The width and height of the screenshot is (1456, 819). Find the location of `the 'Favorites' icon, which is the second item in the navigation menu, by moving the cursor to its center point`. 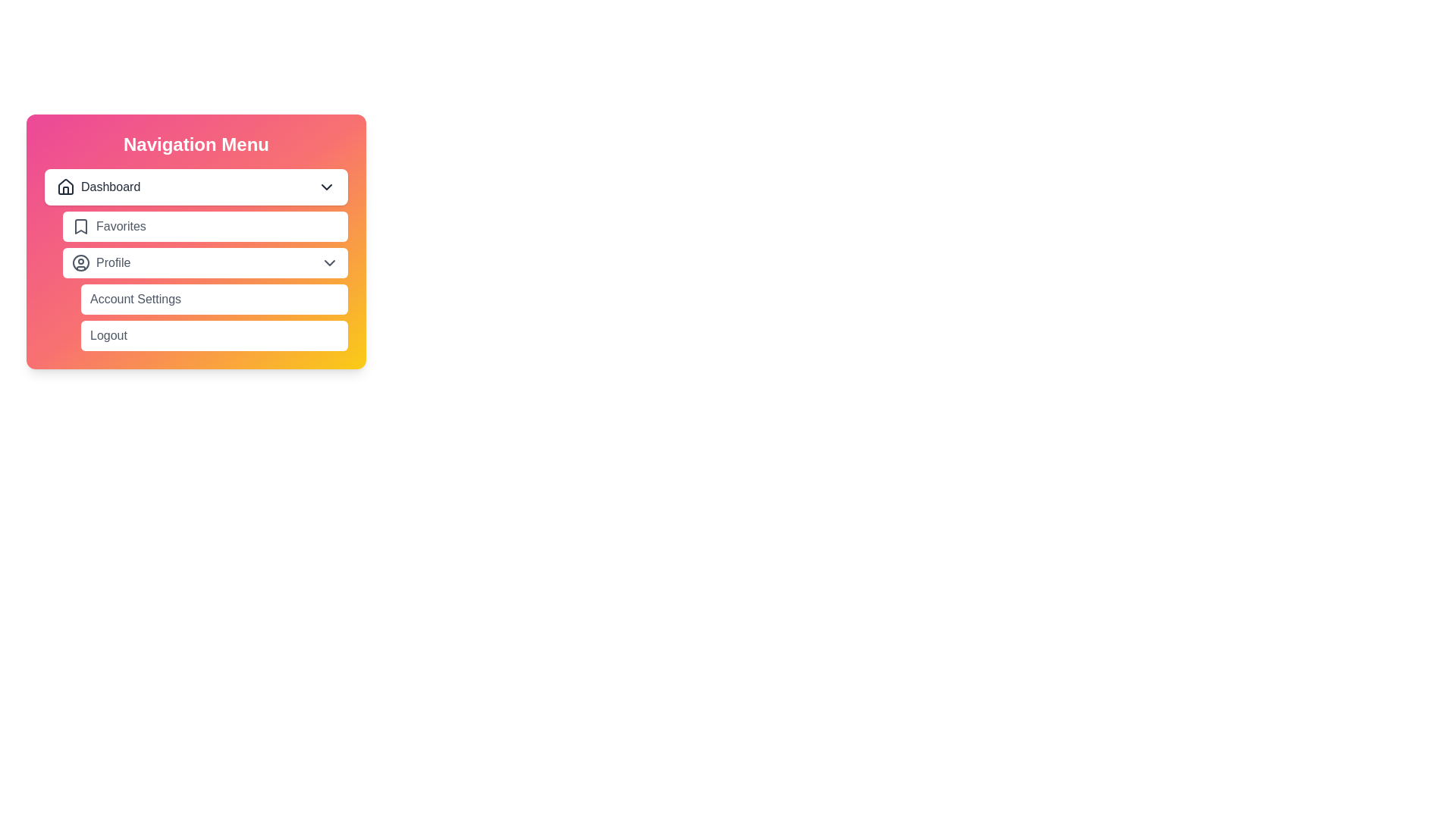

the 'Favorites' icon, which is the second item in the navigation menu, by moving the cursor to its center point is located at coordinates (80, 227).